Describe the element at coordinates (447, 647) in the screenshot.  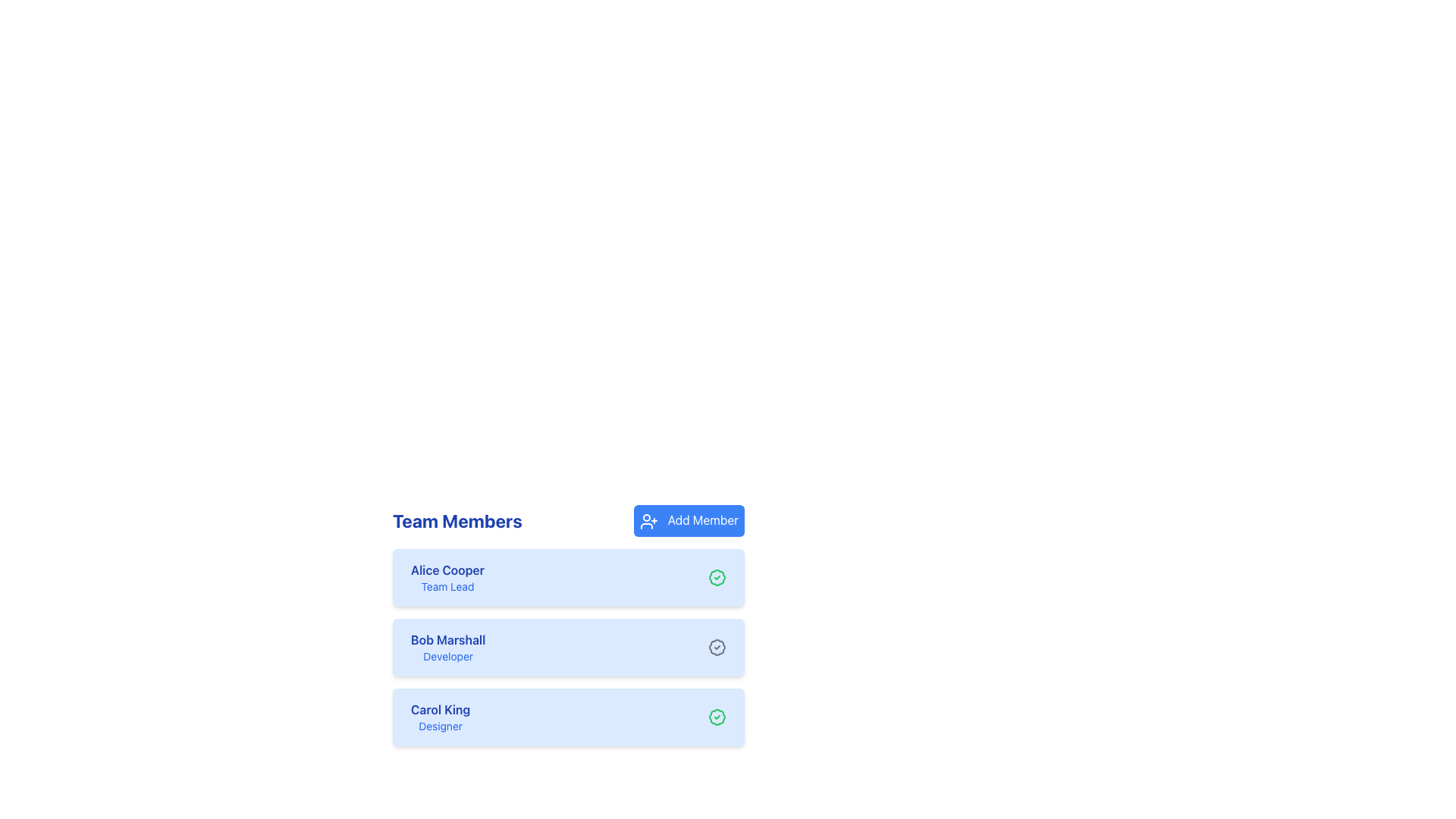
I see `the text label displaying 'Bob Marshall' and 'Developer', which is located in the second card under the 'Team Members' heading` at that location.